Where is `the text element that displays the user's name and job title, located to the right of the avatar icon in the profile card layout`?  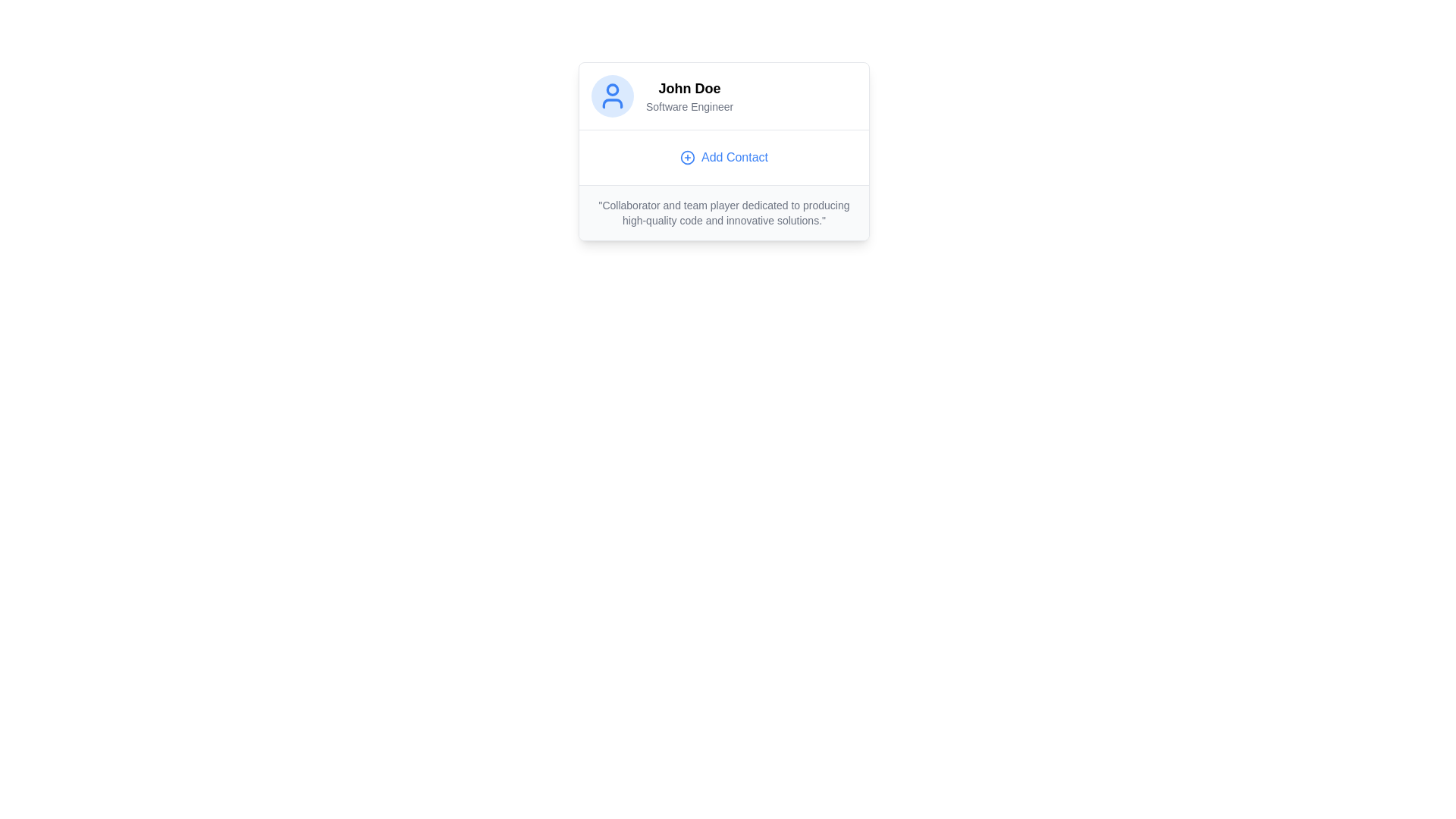
the text element that displays the user's name and job title, located to the right of the avatar icon in the profile card layout is located at coordinates (689, 96).